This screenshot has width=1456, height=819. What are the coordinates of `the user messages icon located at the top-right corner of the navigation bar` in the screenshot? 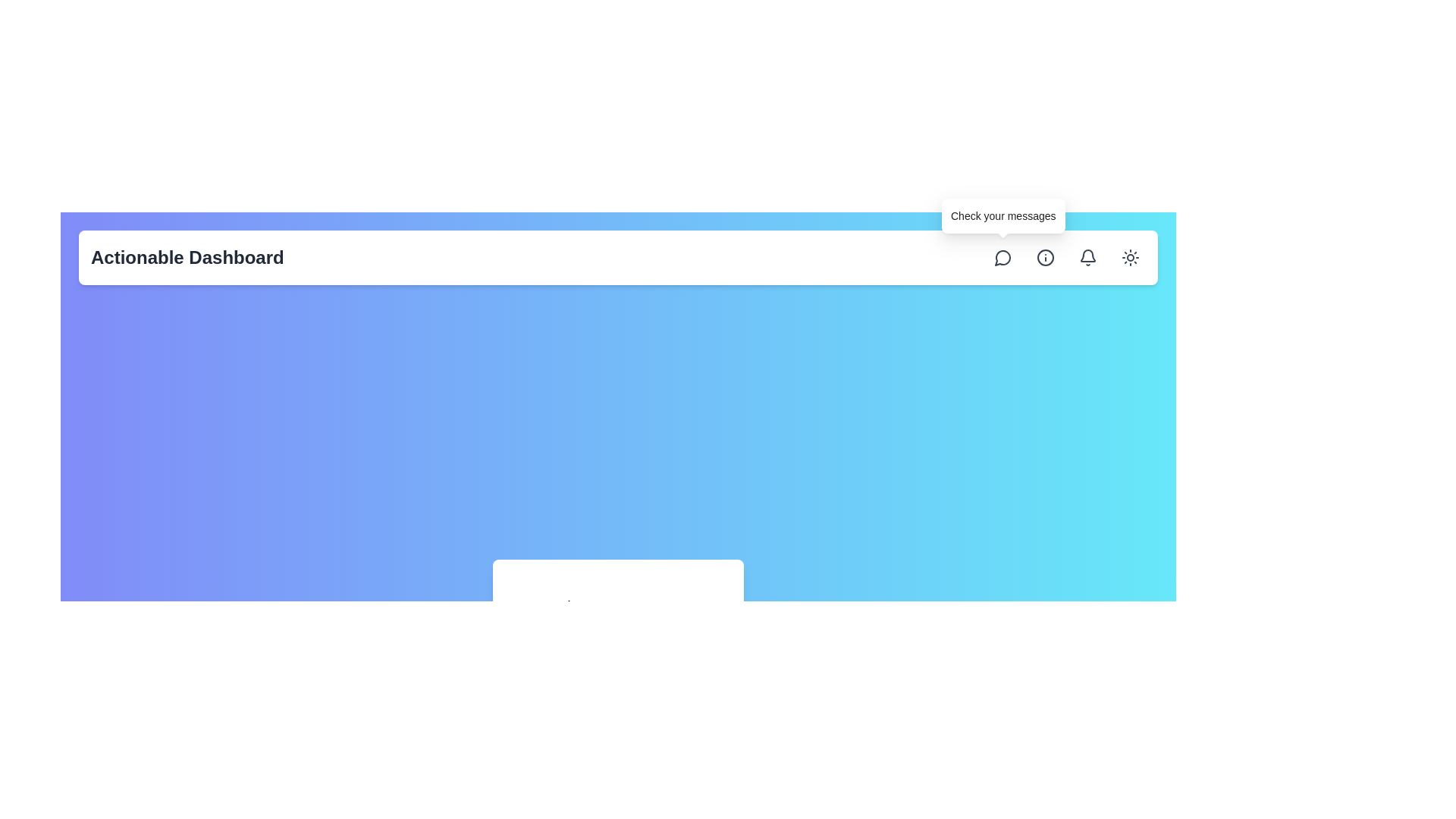 It's located at (1003, 256).